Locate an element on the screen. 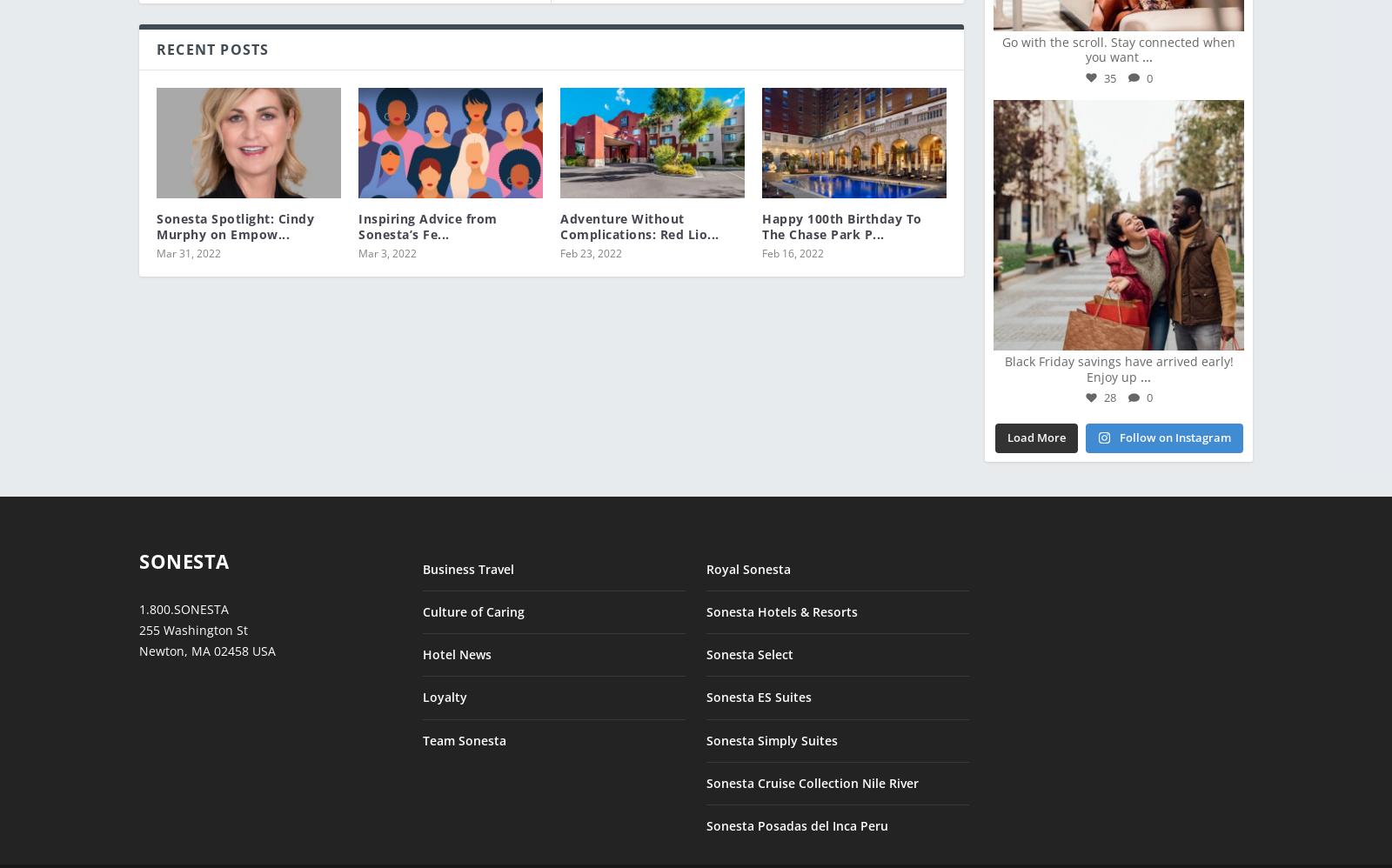 The height and width of the screenshot is (868, 1392). 'Load More' is located at coordinates (1006, 424).